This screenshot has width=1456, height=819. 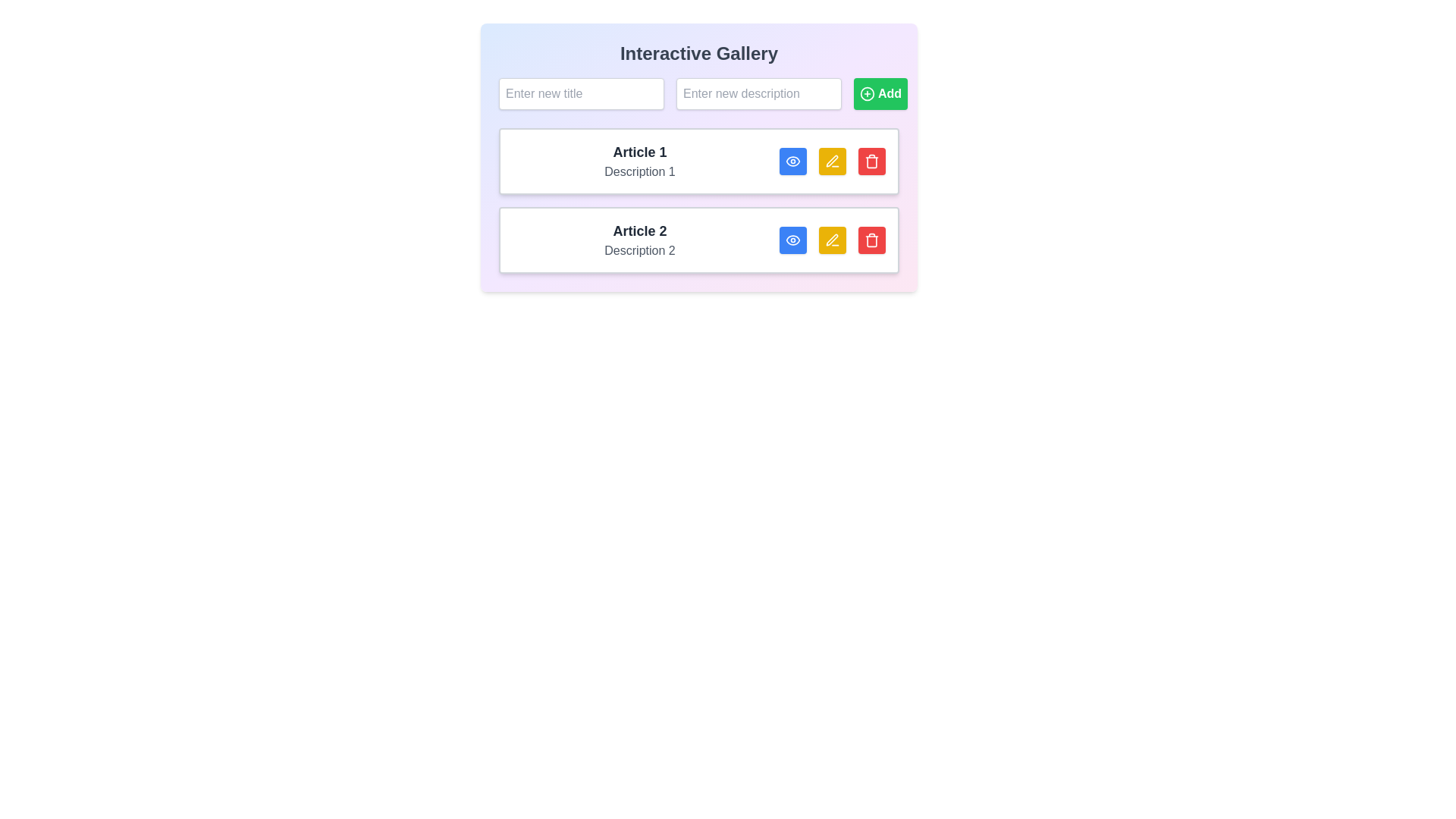 I want to click on to select the text in the text display area that shows the title and description of the second article in the list, so click(x=640, y=239).